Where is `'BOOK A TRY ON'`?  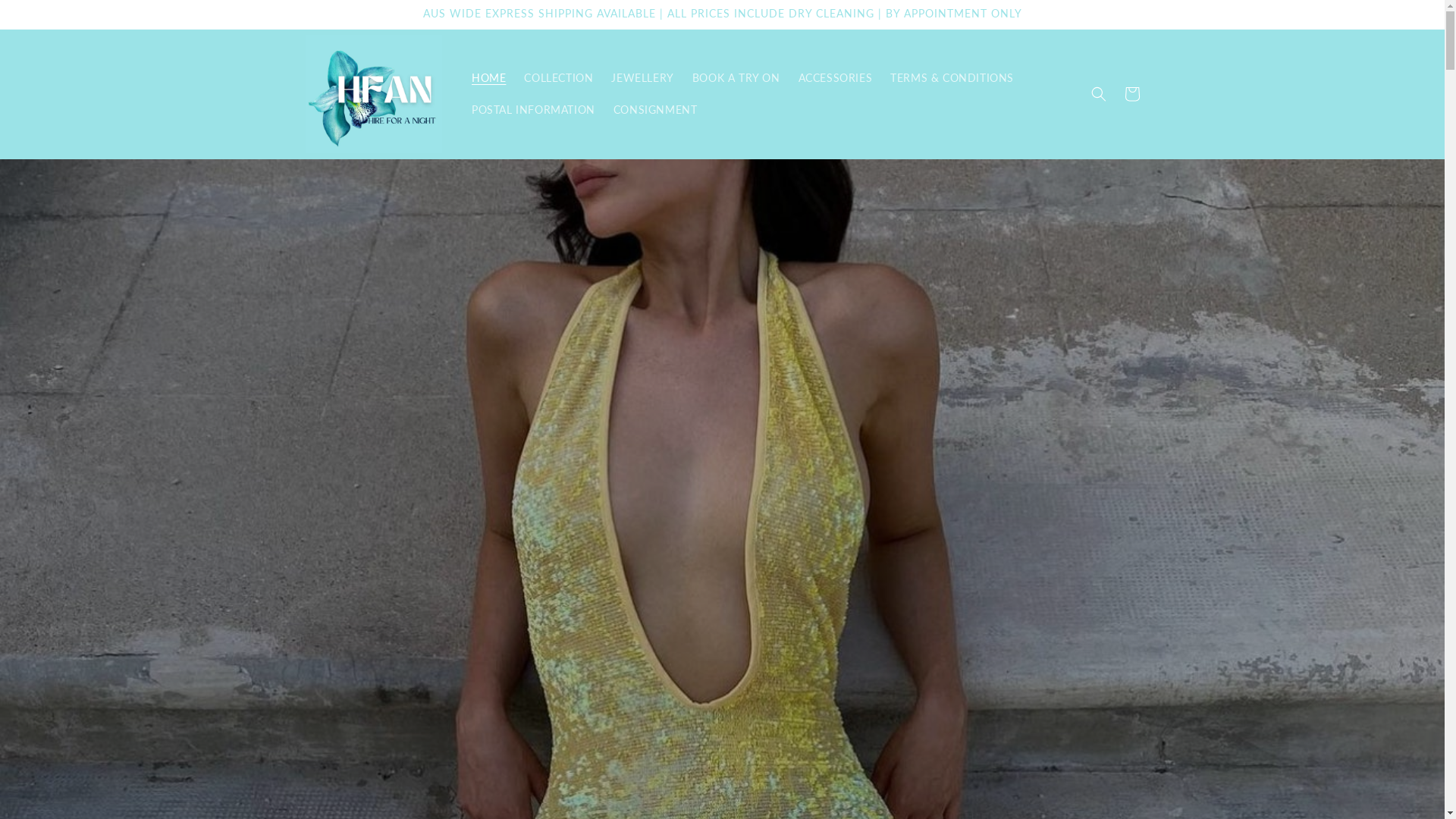 'BOOK A TRY ON' is located at coordinates (736, 78).